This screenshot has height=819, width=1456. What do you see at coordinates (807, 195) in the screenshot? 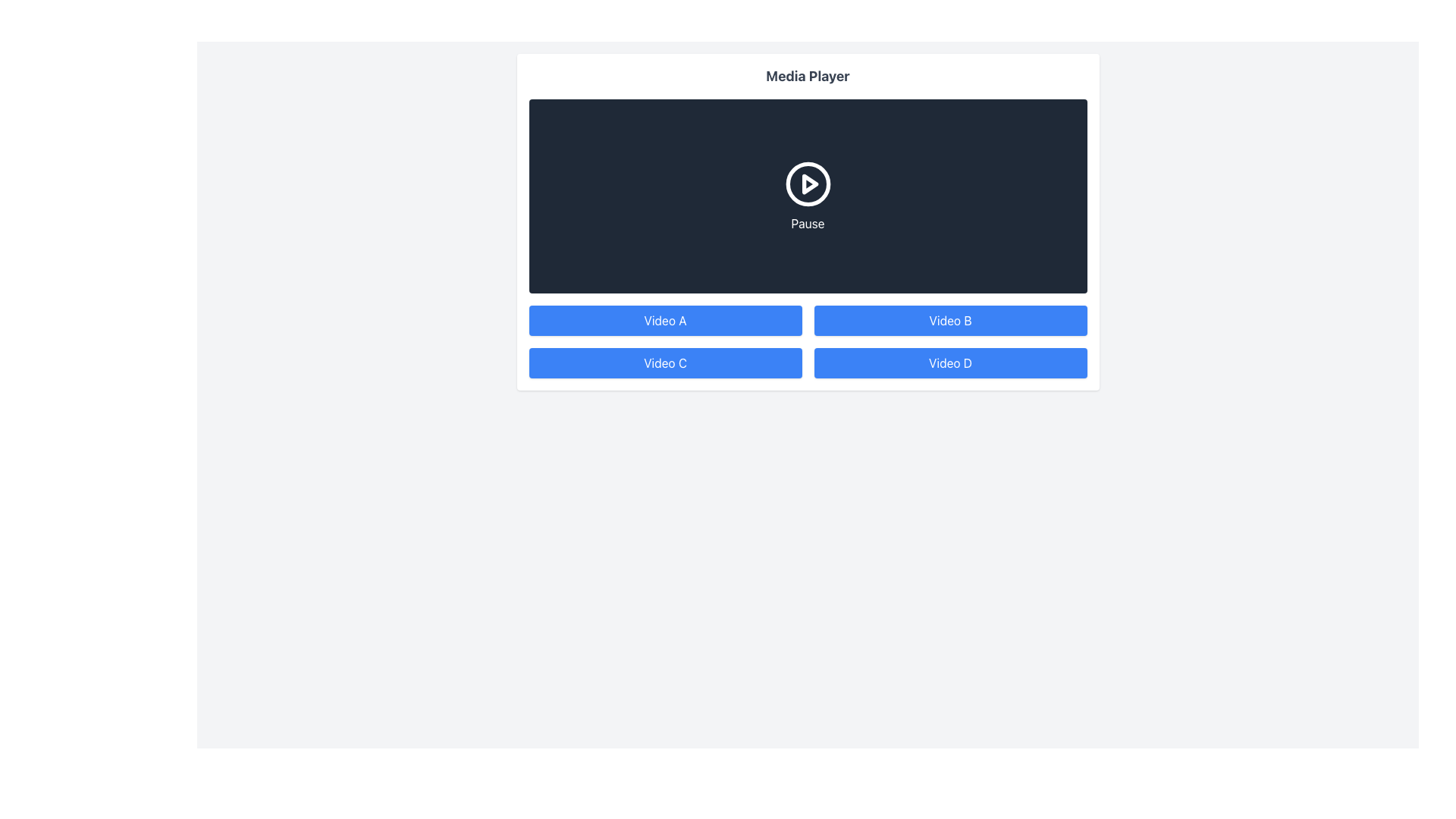
I see `the interactive button or media display area located centrally beneath the 'Media Player' title and above the blue buttons labeled 'Video A', 'Video B', 'Video C', and 'Video D'` at bounding box center [807, 195].